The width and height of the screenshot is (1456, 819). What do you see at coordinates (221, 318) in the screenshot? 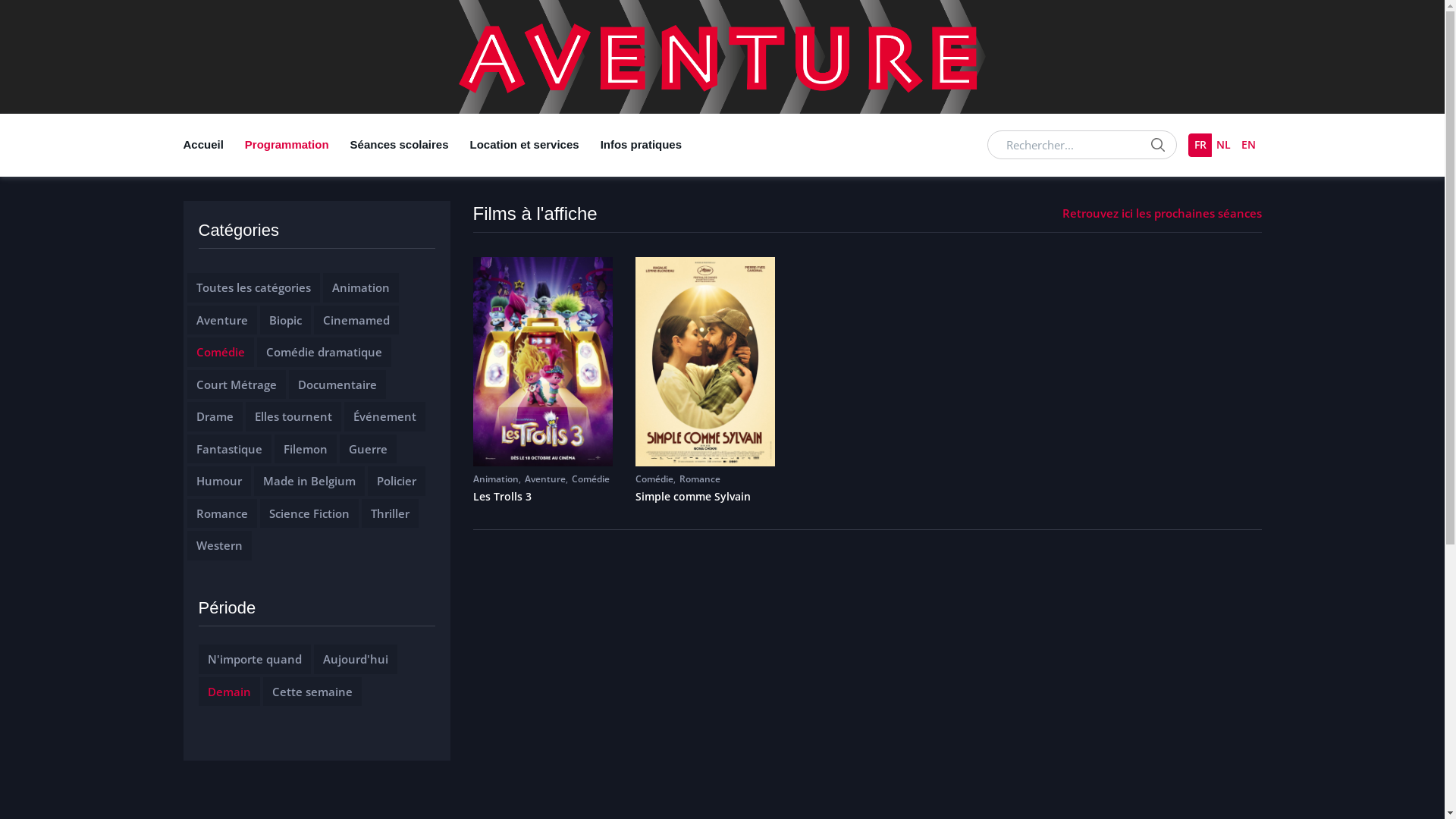
I see `'Aventure'` at bounding box center [221, 318].